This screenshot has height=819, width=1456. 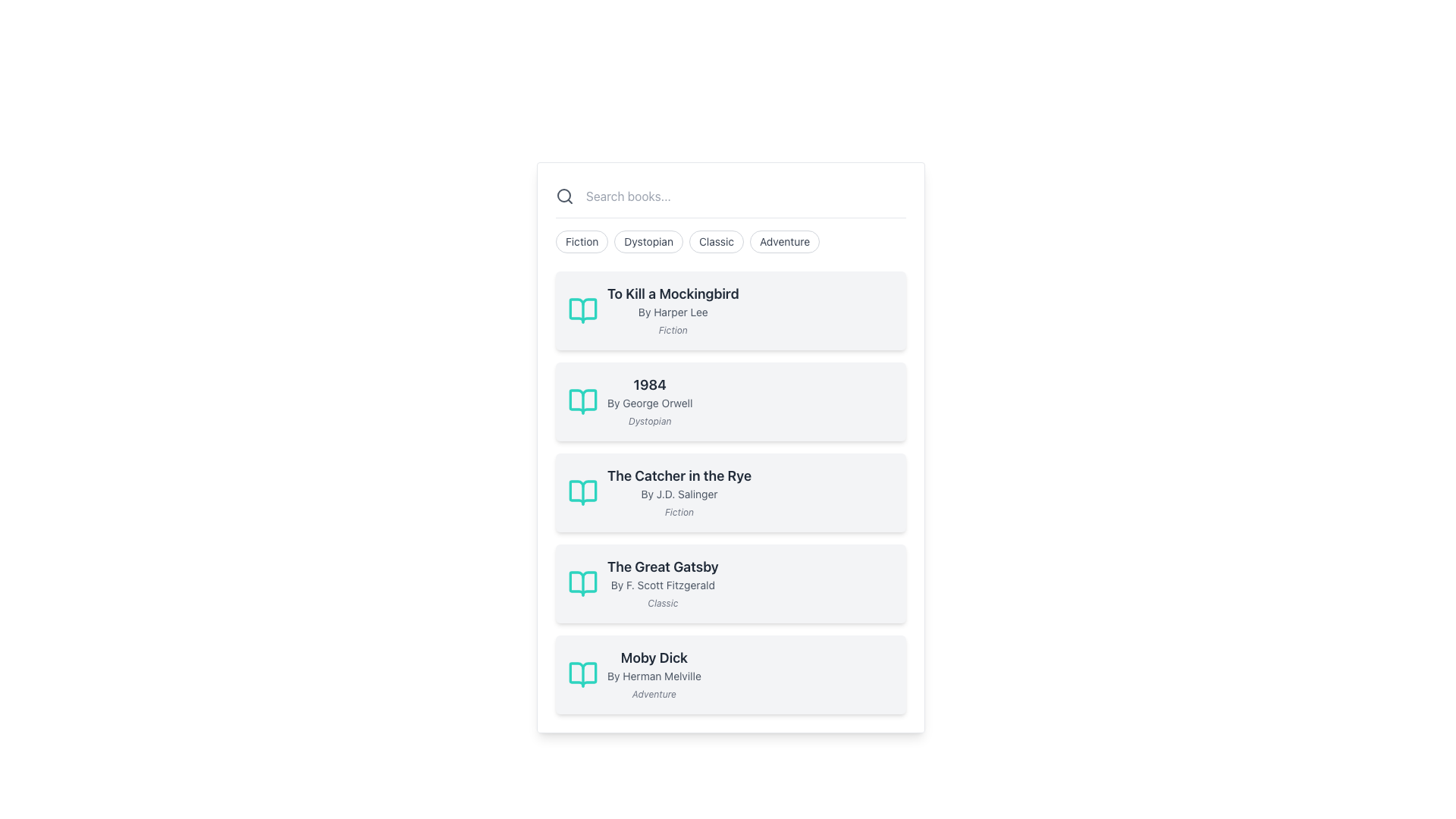 What do you see at coordinates (650, 400) in the screenshot?
I see `the text block displaying the book '1984' by George Orwell, which is the second item in the vertical list of book entries` at bounding box center [650, 400].